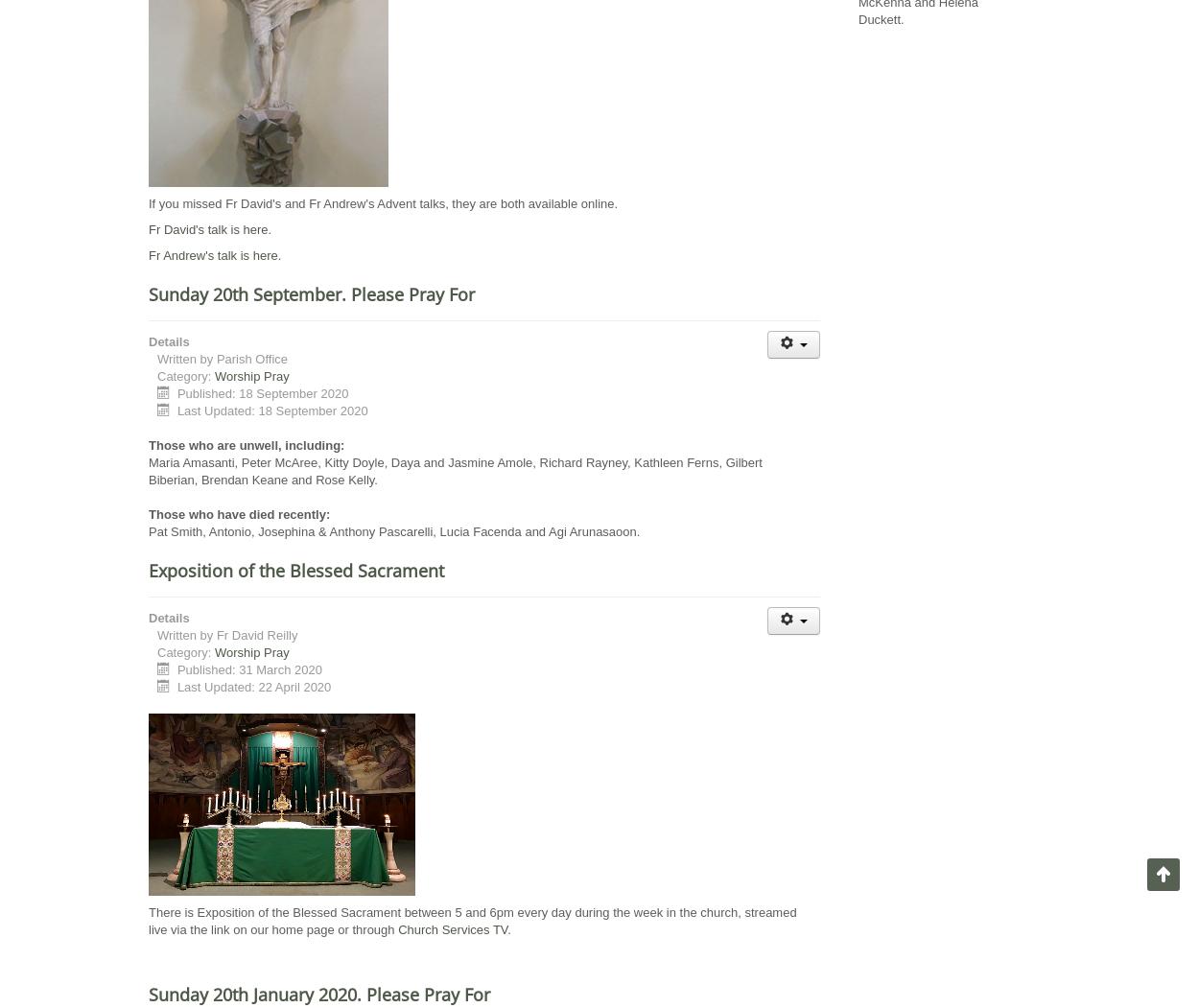  I want to click on 'Church Services TV', so click(452, 928).